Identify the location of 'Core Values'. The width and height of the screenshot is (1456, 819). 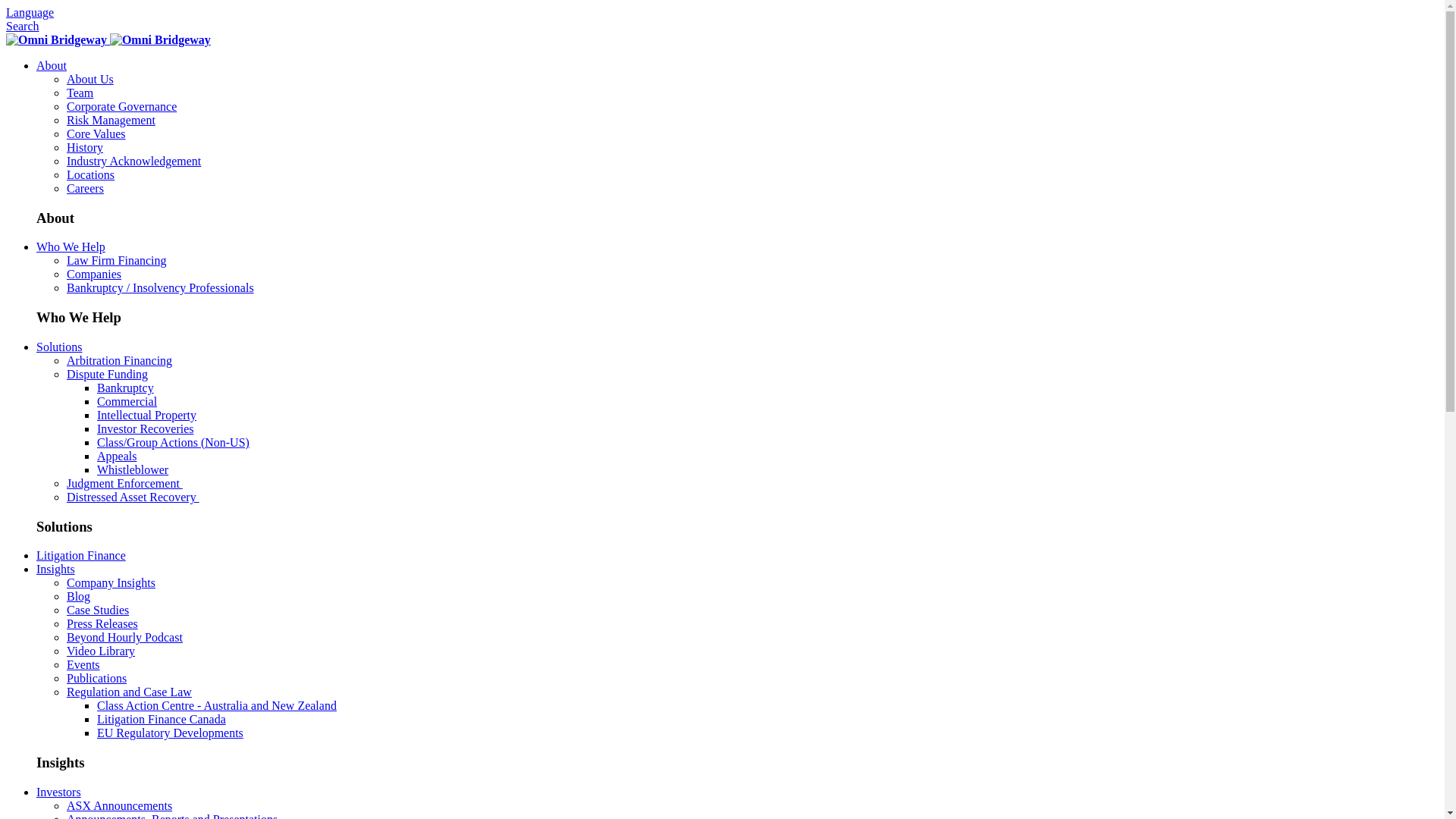
(95, 133).